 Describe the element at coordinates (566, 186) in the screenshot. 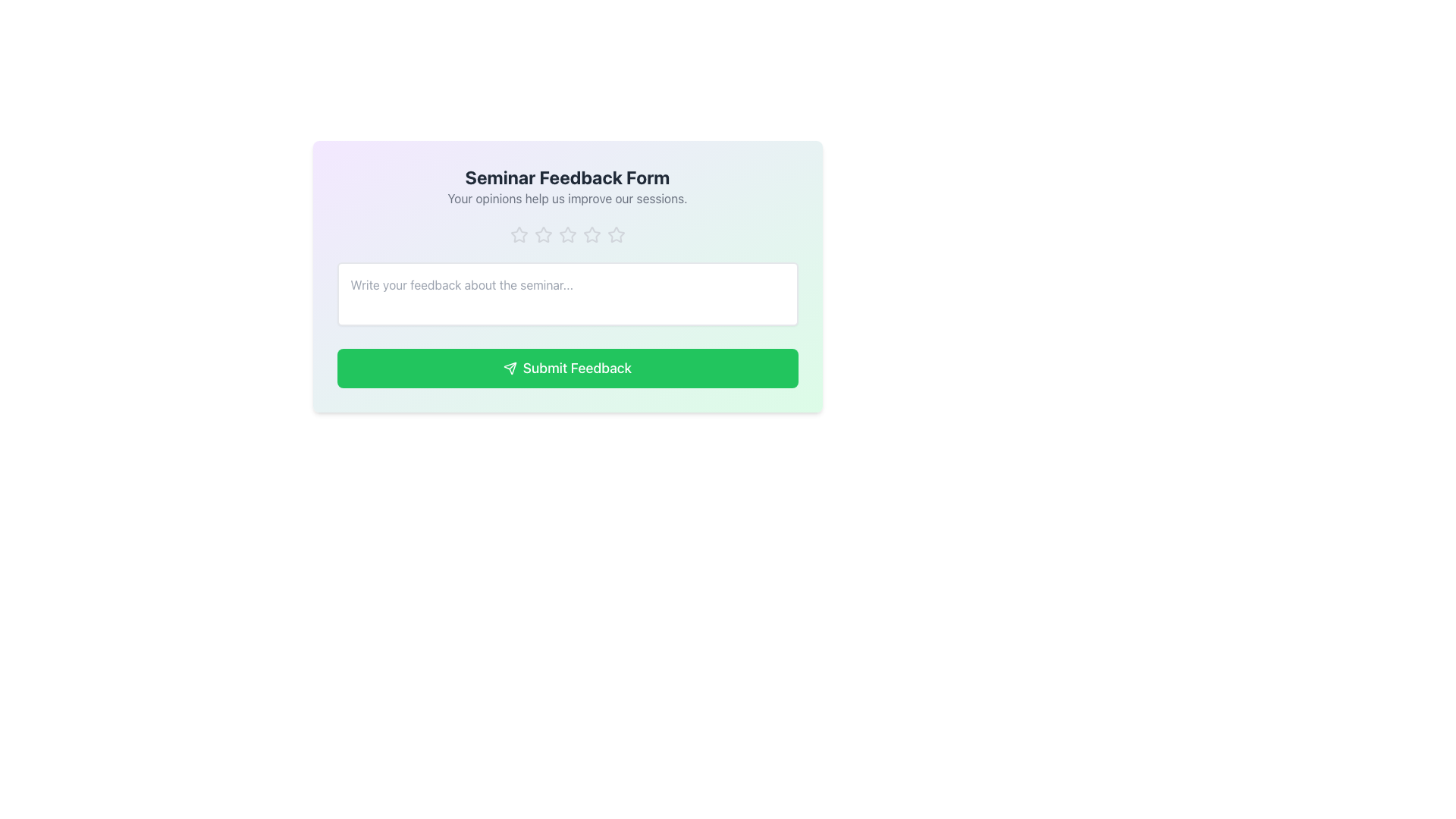

I see `the static text header that displays 'Seminar Feedback Form' in bold and larger font, along with the subheading 'Your opinions help us improve our sessions.'` at that location.